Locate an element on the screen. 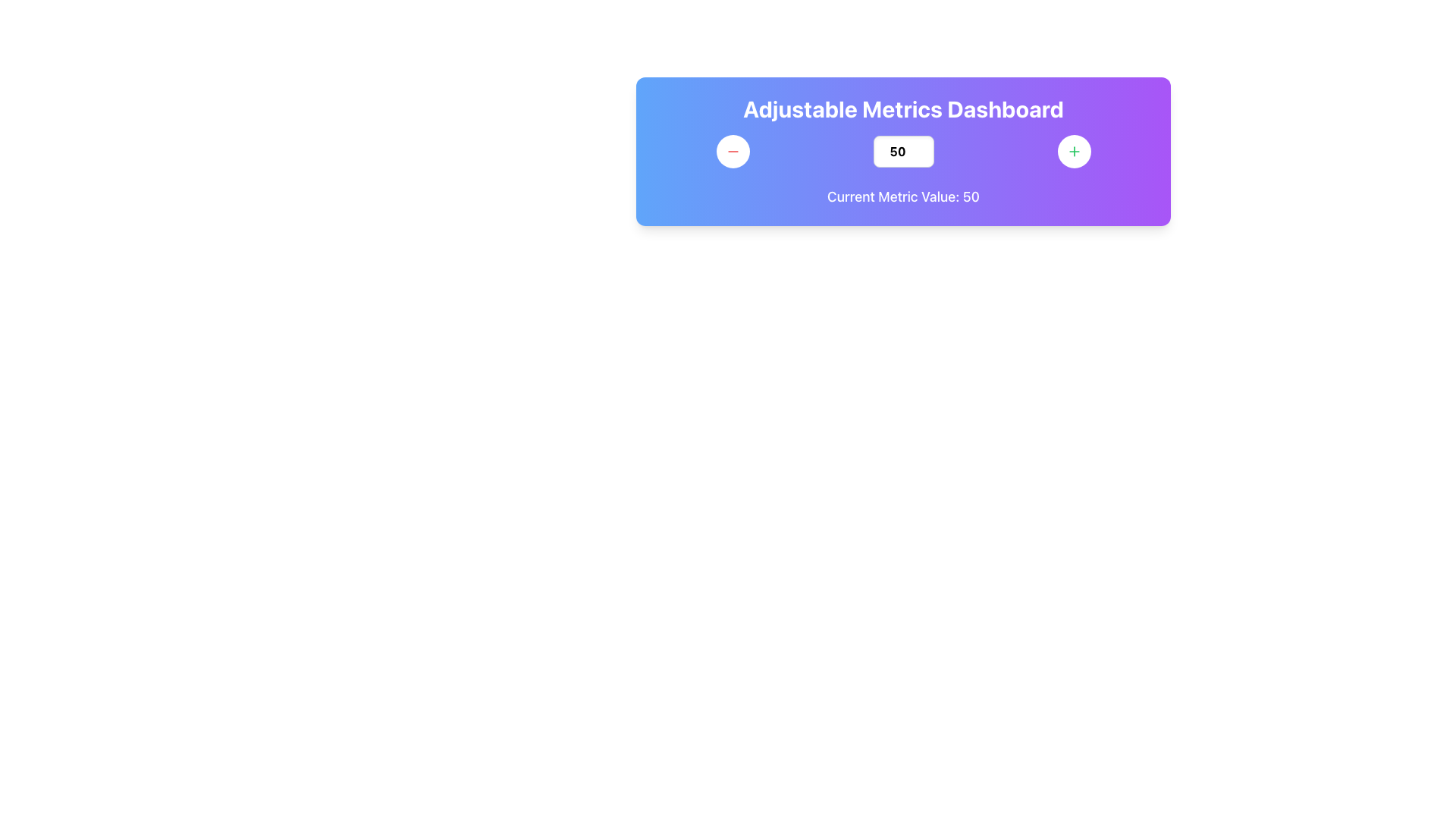  the action button located on the right side of the interface within a white circular button, inside the purple gradient section of the dashboard is located at coordinates (1073, 152).